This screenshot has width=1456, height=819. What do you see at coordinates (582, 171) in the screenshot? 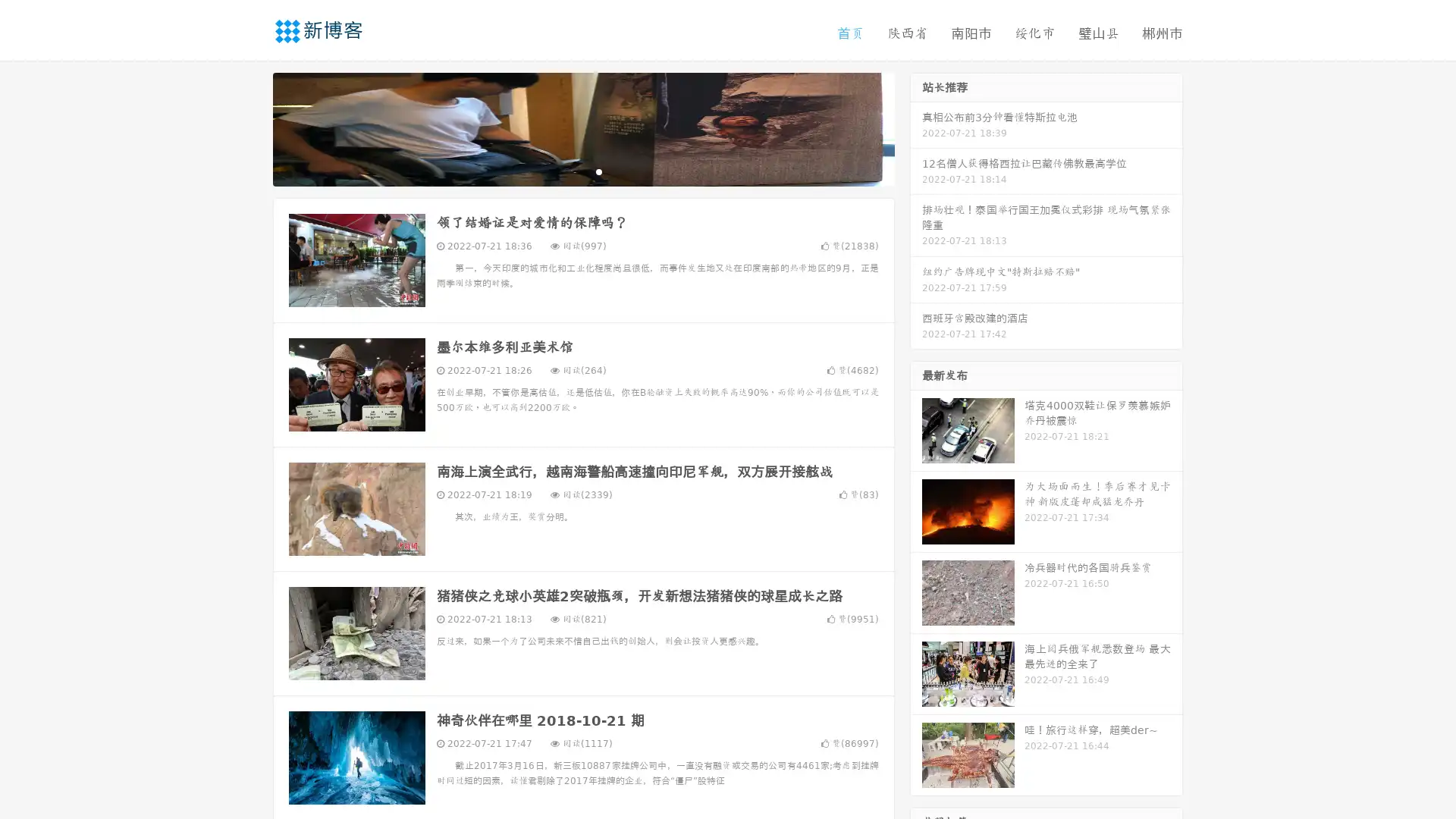
I see `Go to slide 2` at bounding box center [582, 171].